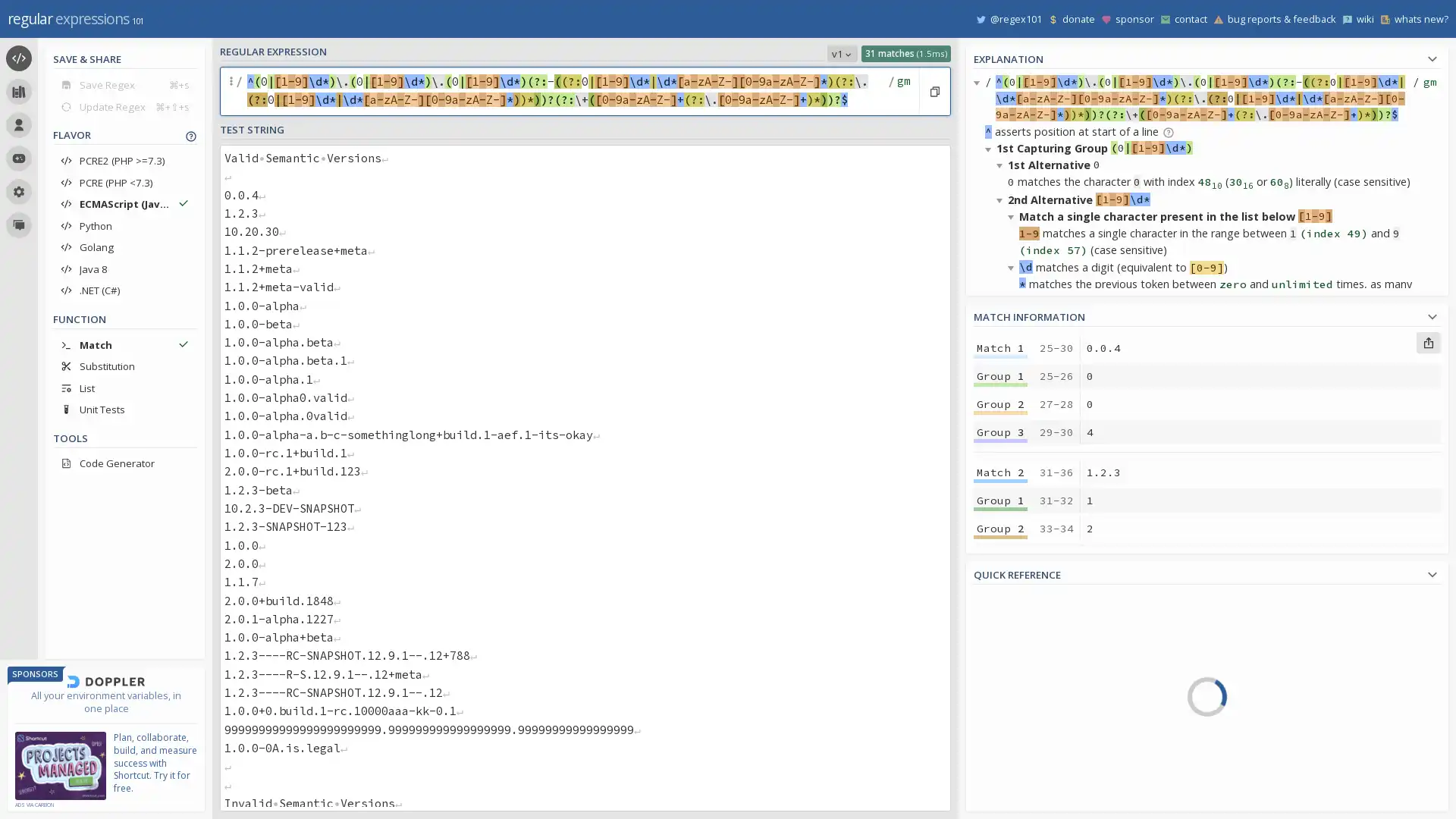  Describe the element at coordinates (124, 344) in the screenshot. I see `Match` at that location.